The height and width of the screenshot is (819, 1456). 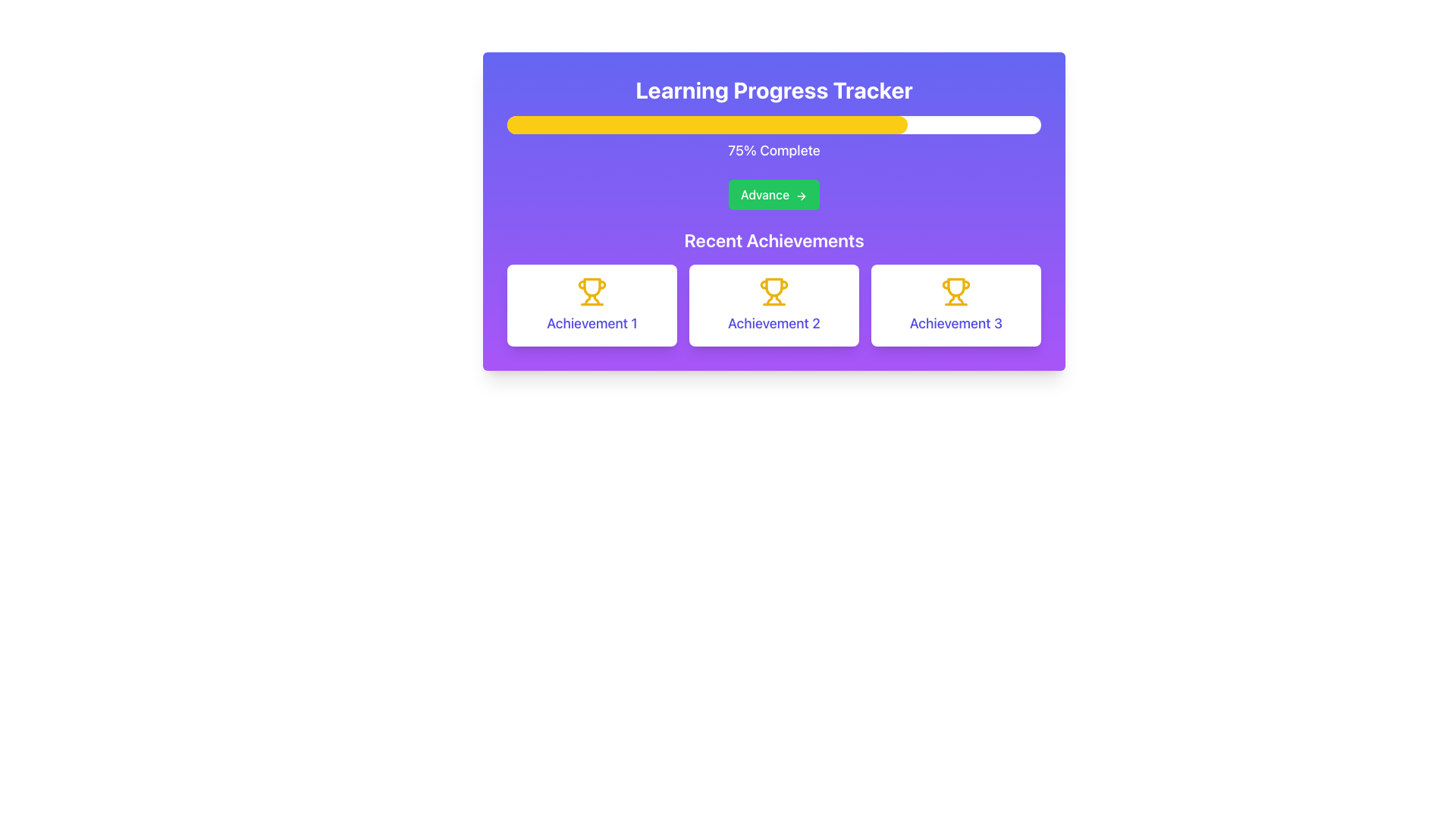 I want to click on the curved golden-yellow line forming the right side of the trophy icon's base within the second achievement card, so click(x=778, y=300).